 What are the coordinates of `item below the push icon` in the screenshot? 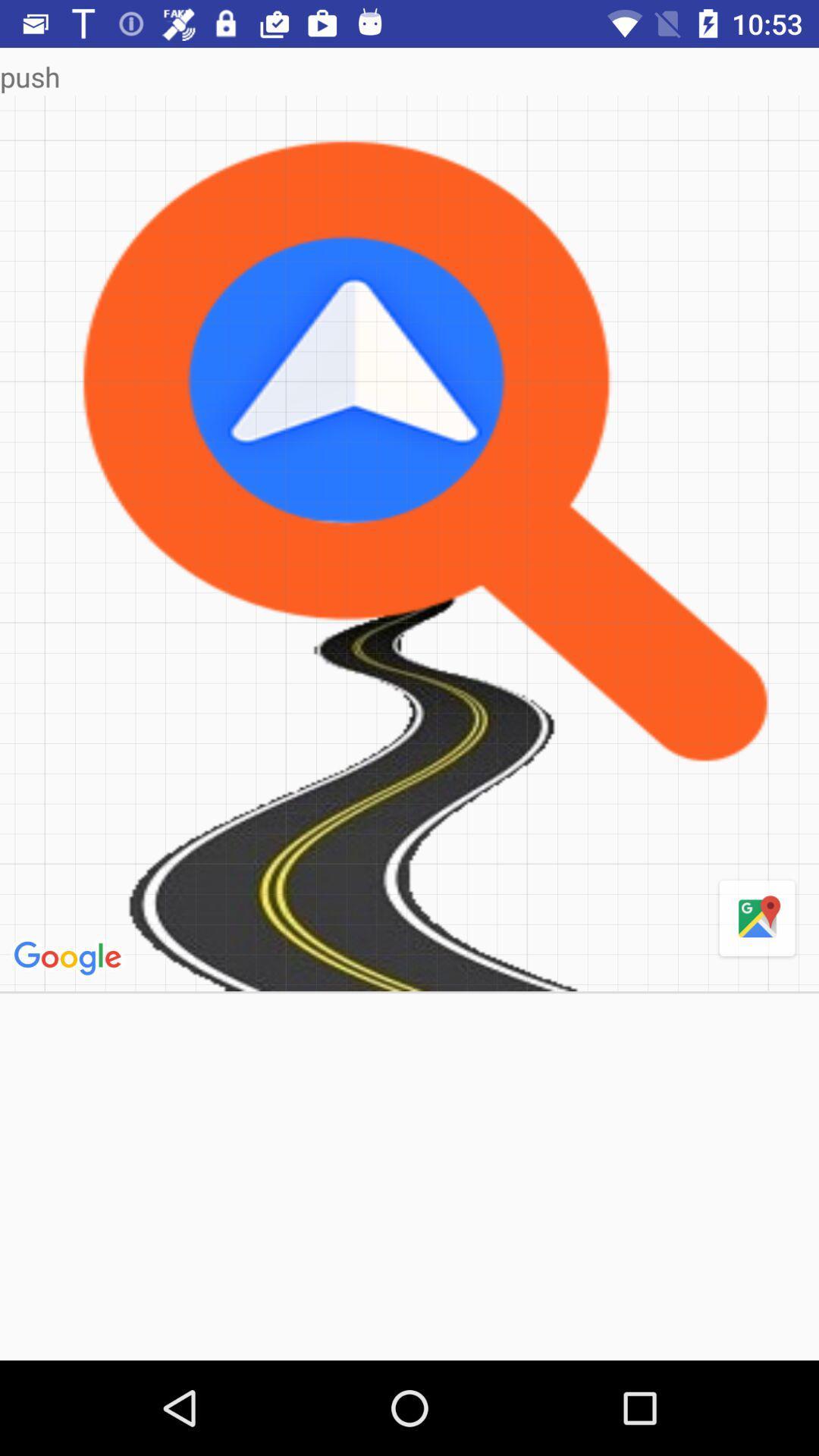 It's located at (409, 543).